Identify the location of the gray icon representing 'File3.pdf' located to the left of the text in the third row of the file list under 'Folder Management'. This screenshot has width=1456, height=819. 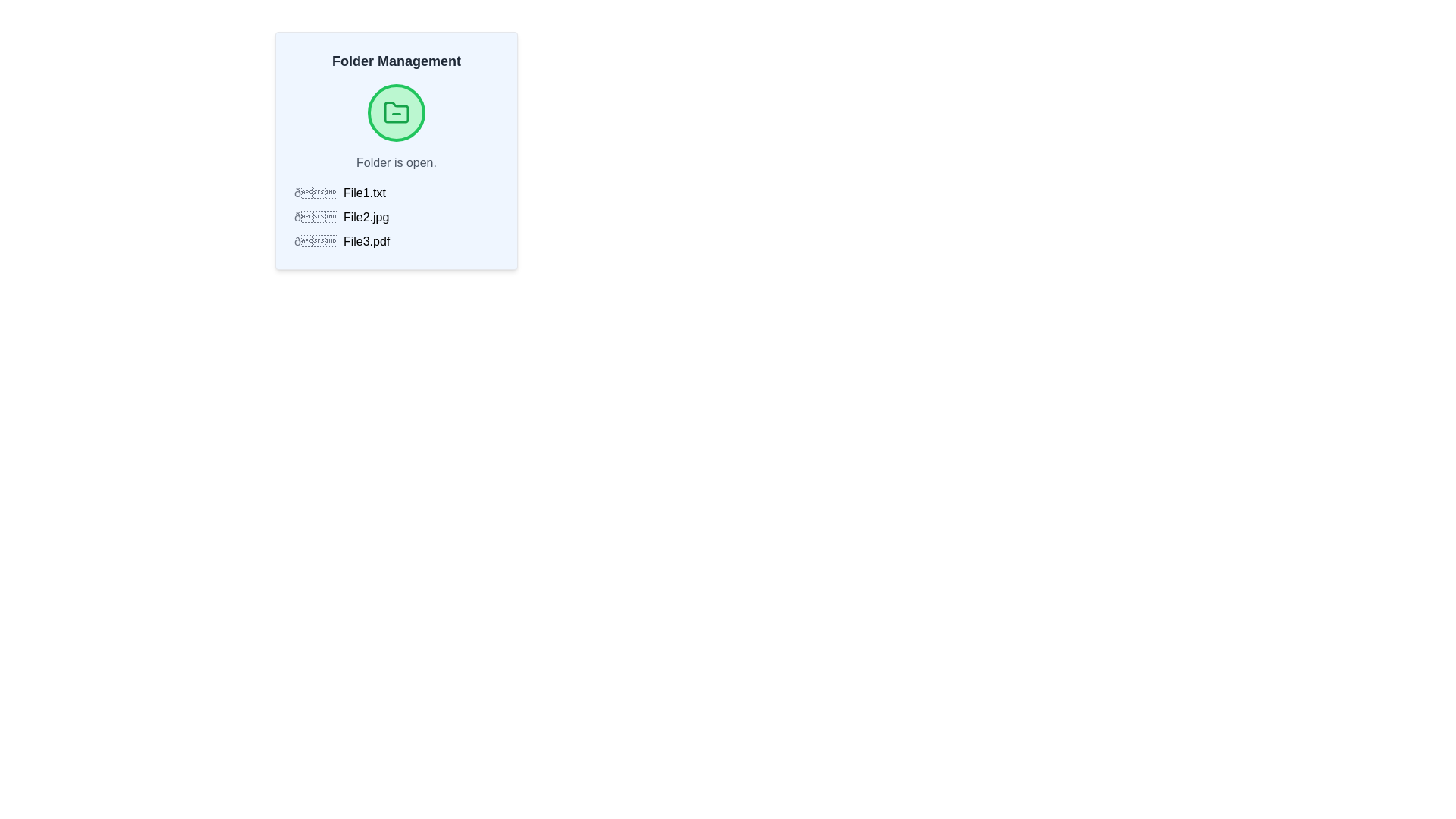
(315, 241).